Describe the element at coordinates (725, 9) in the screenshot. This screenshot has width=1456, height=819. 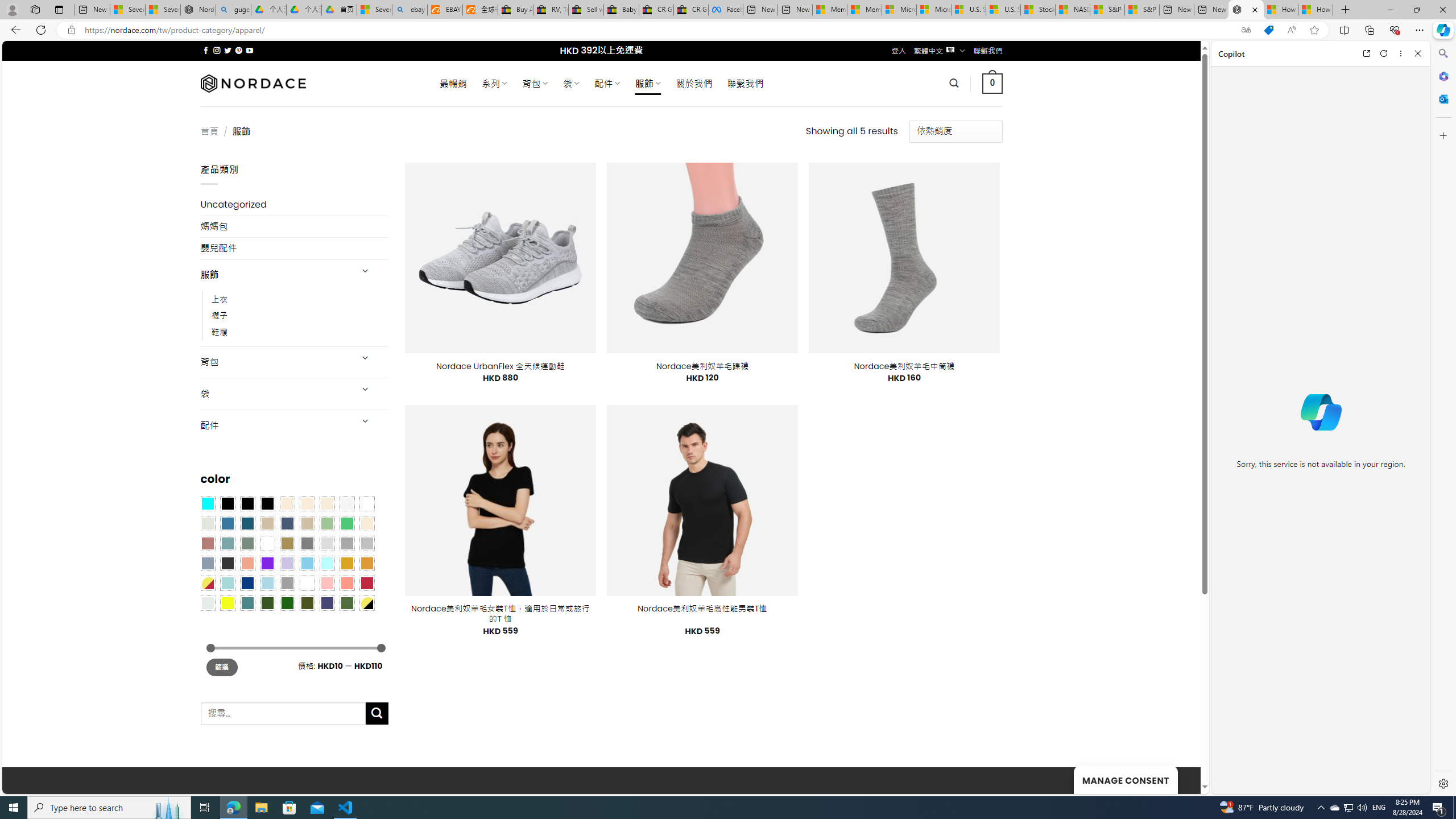
I see `'Facebook'` at that location.